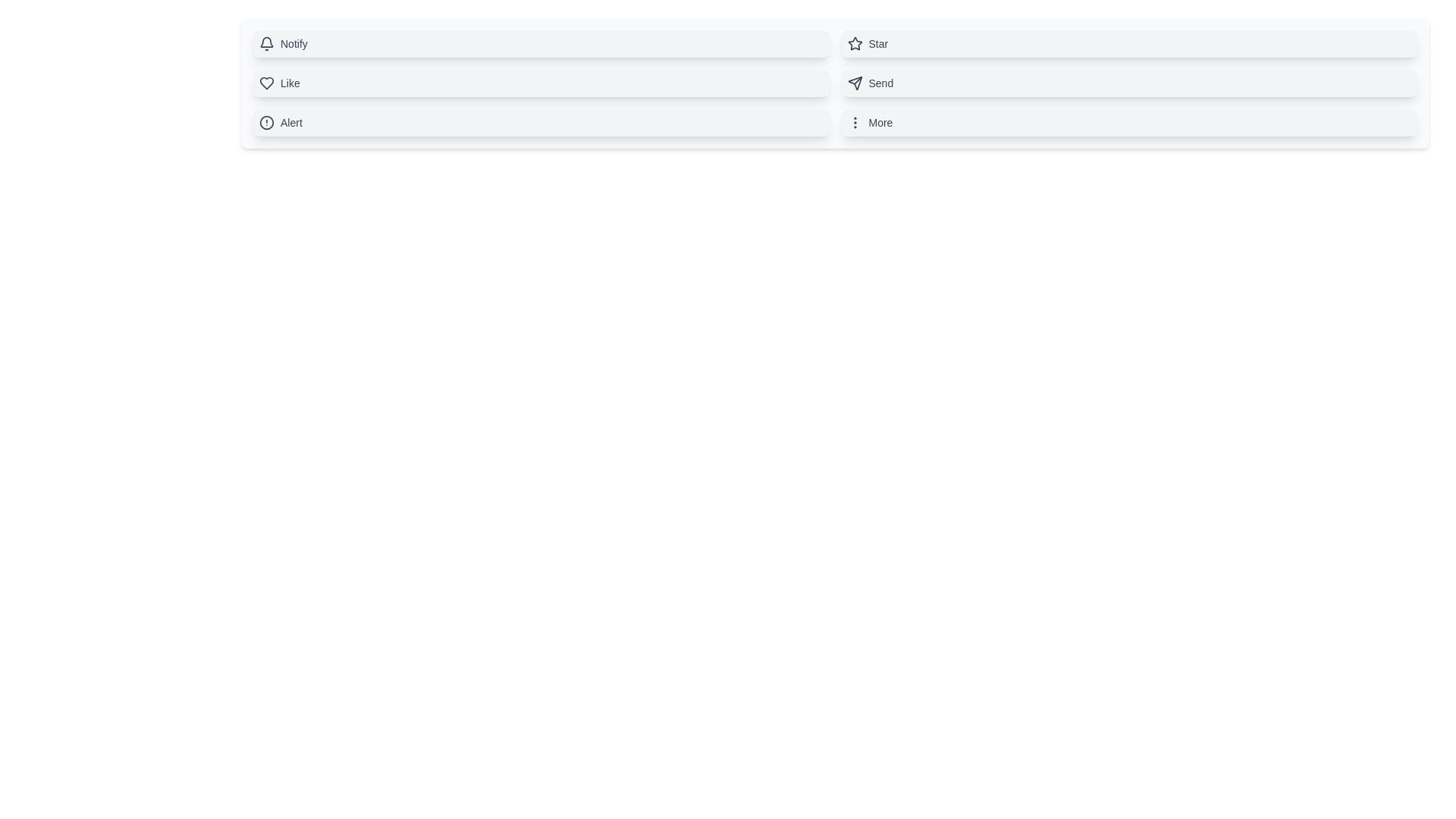  I want to click on the star icon located at the upper-right area of the interface, inside the button labeled 'Star' in the first row of the right column, so click(855, 42).